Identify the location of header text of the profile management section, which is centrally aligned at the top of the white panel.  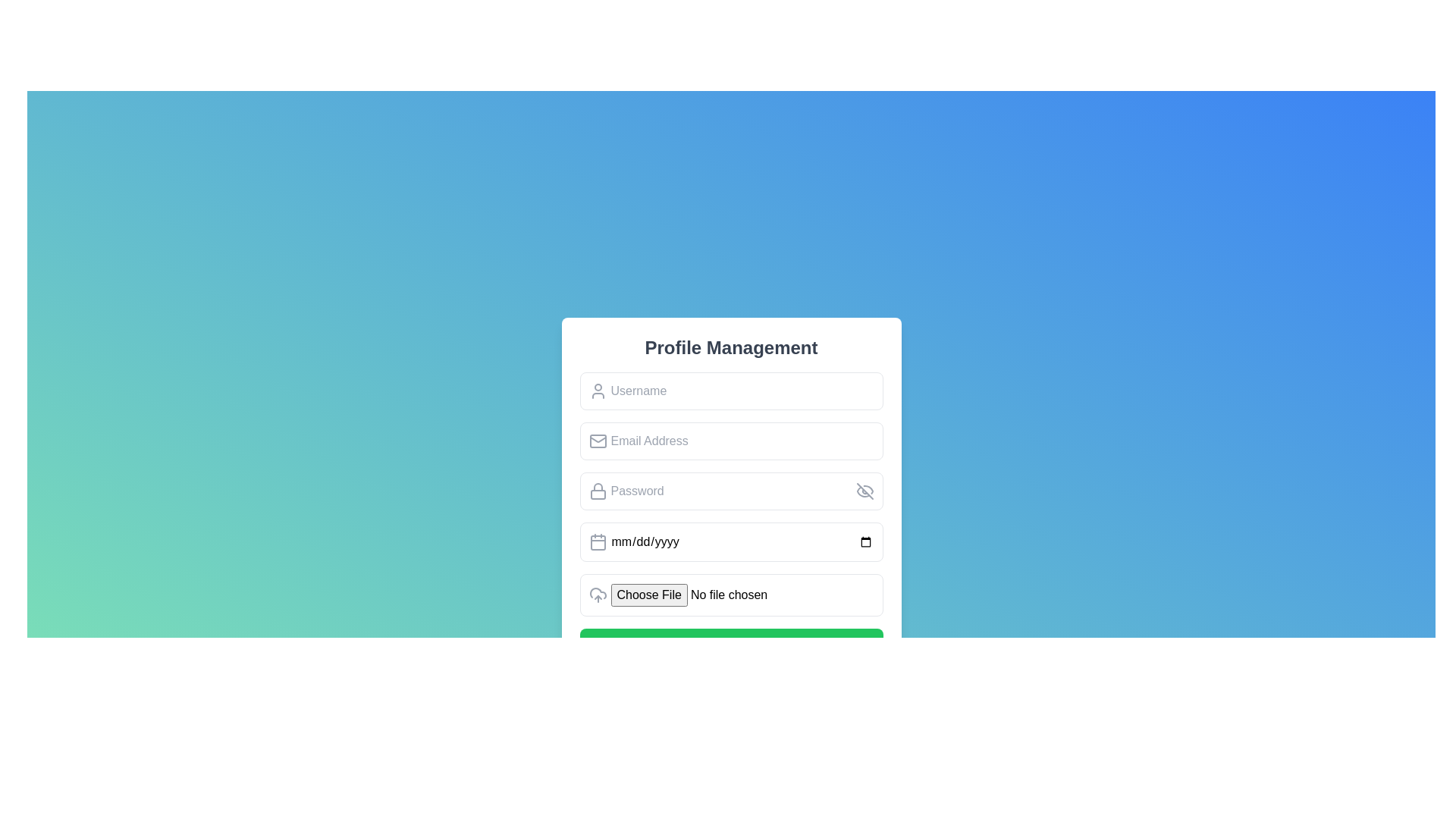
(731, 348).